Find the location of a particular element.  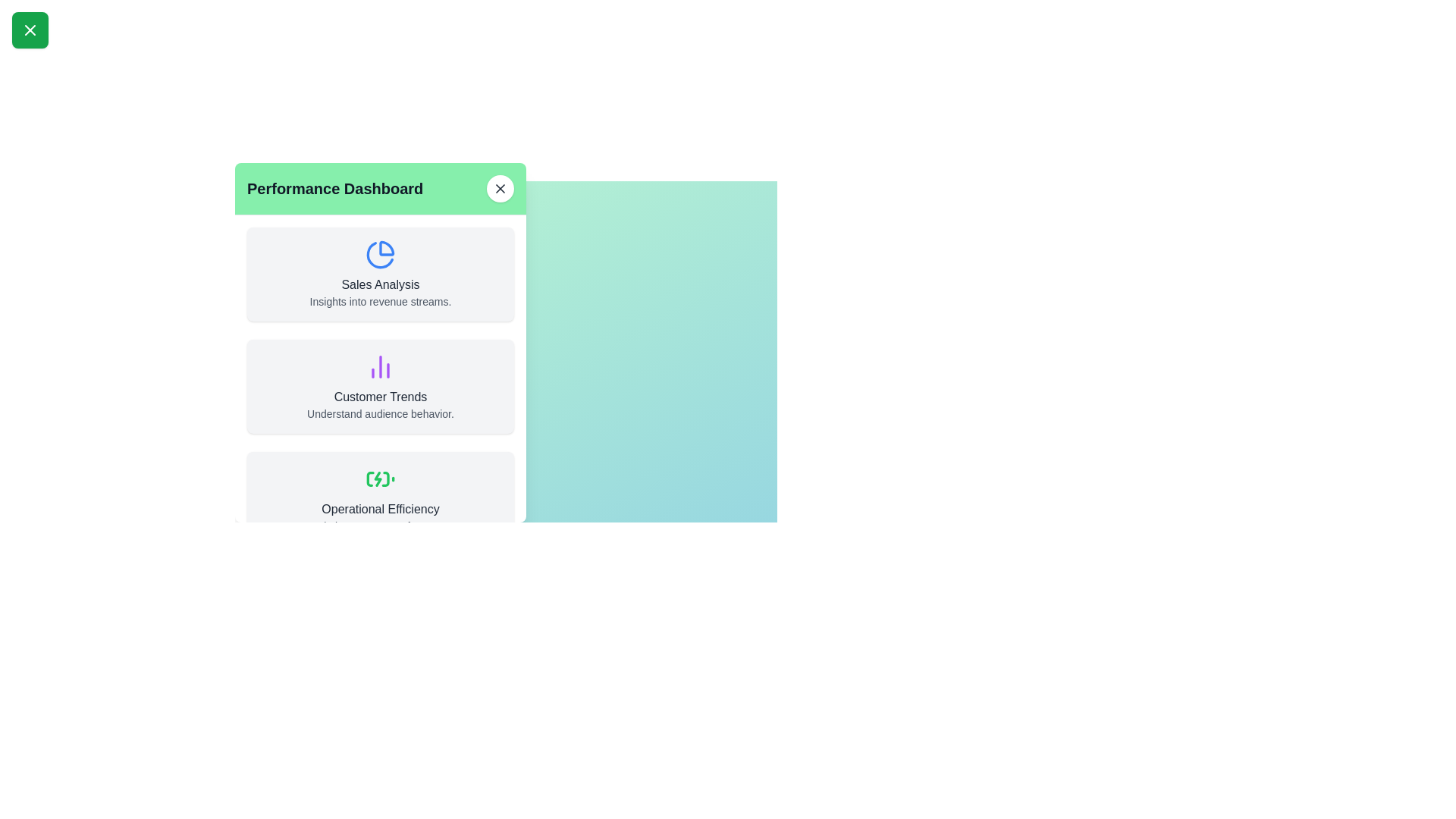

the icon on the second Card UI component in the 'Performance Dashboard' section, which contains textual and graphical content related to customer trends and audience behavior is located at coordinates (381, 385).